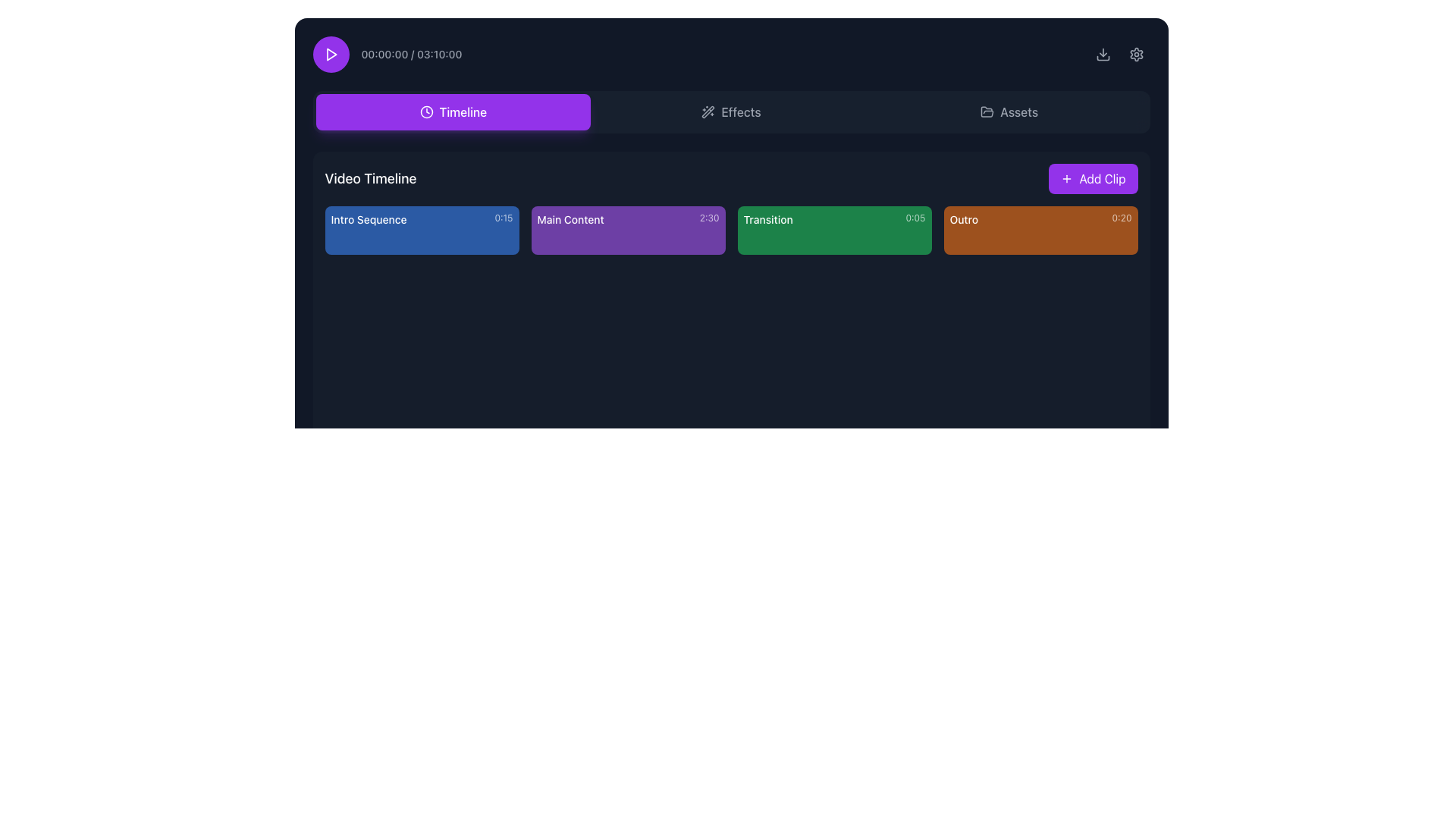  What do you see at coordinates (462, 111) in the screenshot?
I see `the 'Timeline' text element within the purple button that features a clock icon on its left, located at the top center of the interface` at bounding box center [462, 111].